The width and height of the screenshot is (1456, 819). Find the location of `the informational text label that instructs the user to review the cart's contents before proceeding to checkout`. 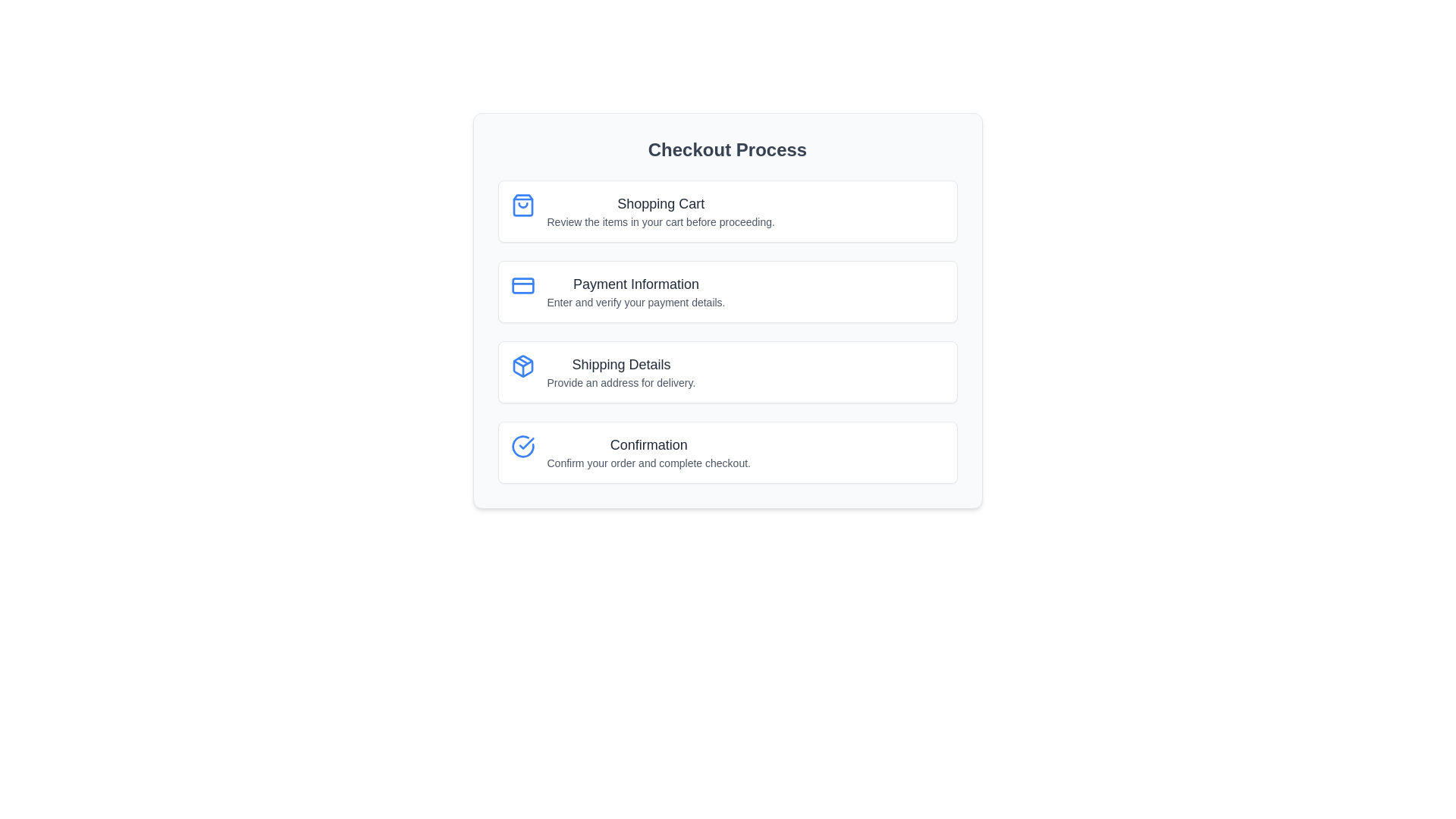

the informational text label that instructs the user to review the cart's contents before proceeding to checkout is located at coordinates (661, 222).